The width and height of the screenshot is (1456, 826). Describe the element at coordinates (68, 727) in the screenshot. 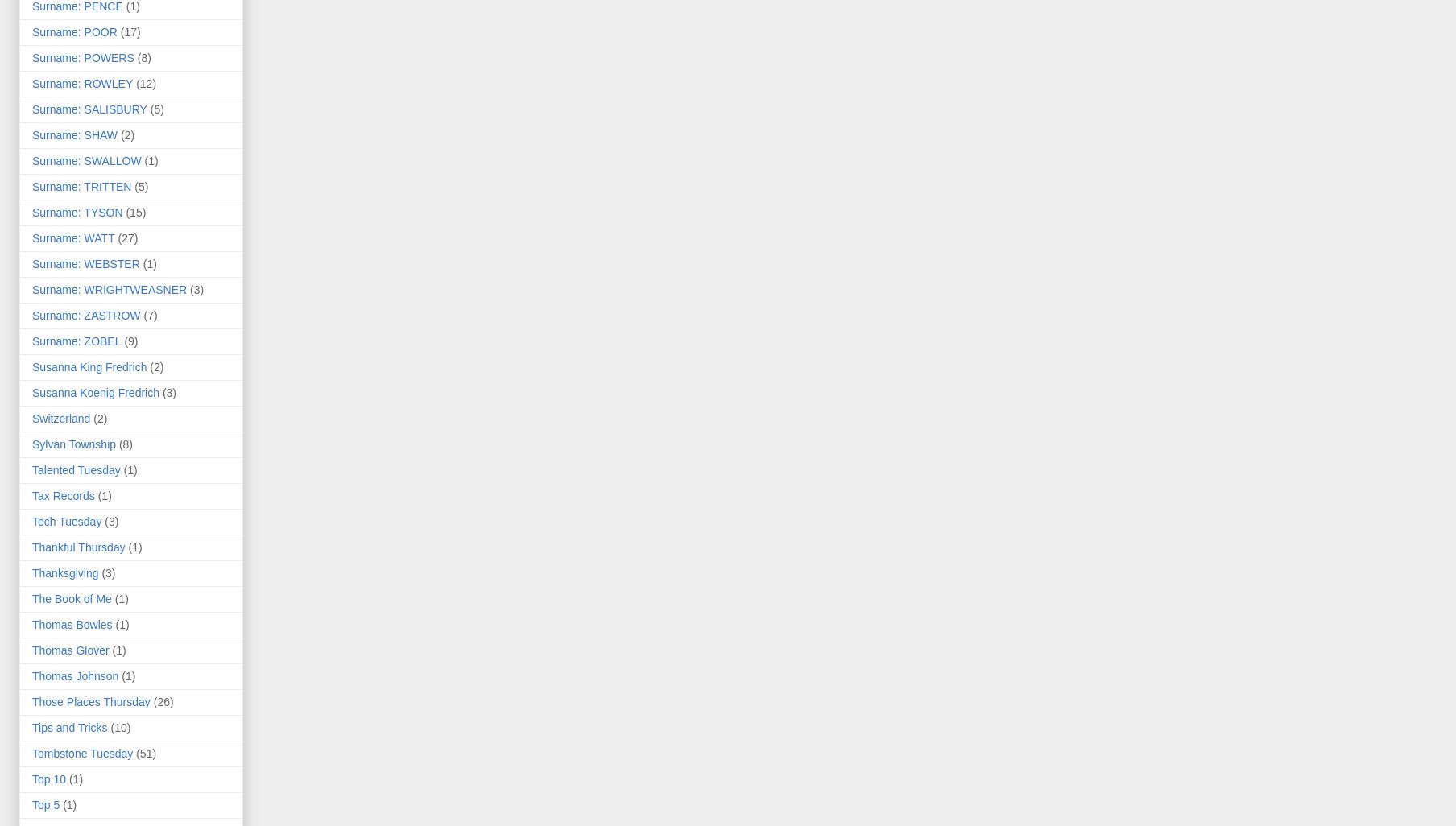

I see `'Tips and Tricks'` at that location.